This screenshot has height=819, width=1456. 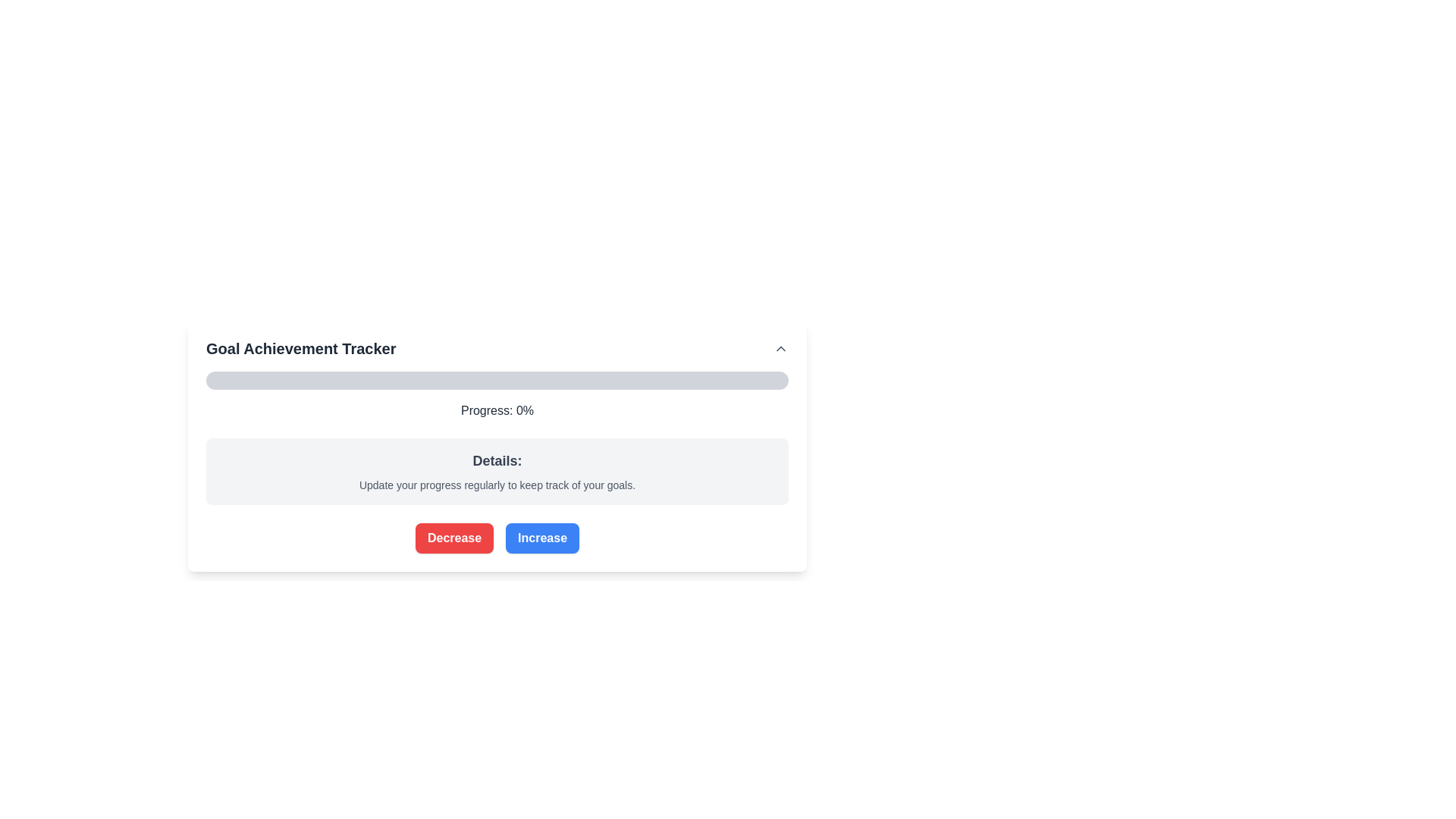 I want to click on the 'Increase' button, which is a rectangular button with a blue background and white, bold, capitalized text, located in the bottom section of the interface, so click(x=542, y=537).